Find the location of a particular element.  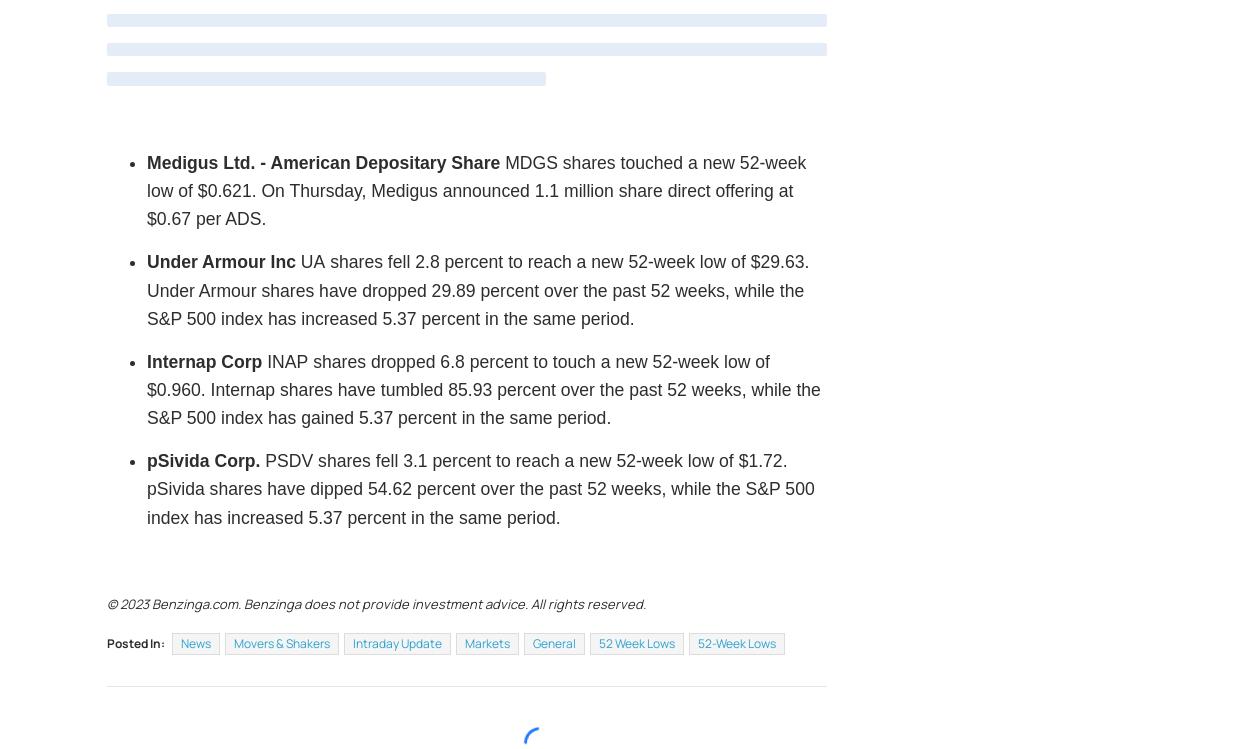

'shares touched a new 52-week low of $0.621. On Thursday, Medigus announced 1.1 million share direct offering at $0.67 per ADS.' is located at coordinates (475, 189).